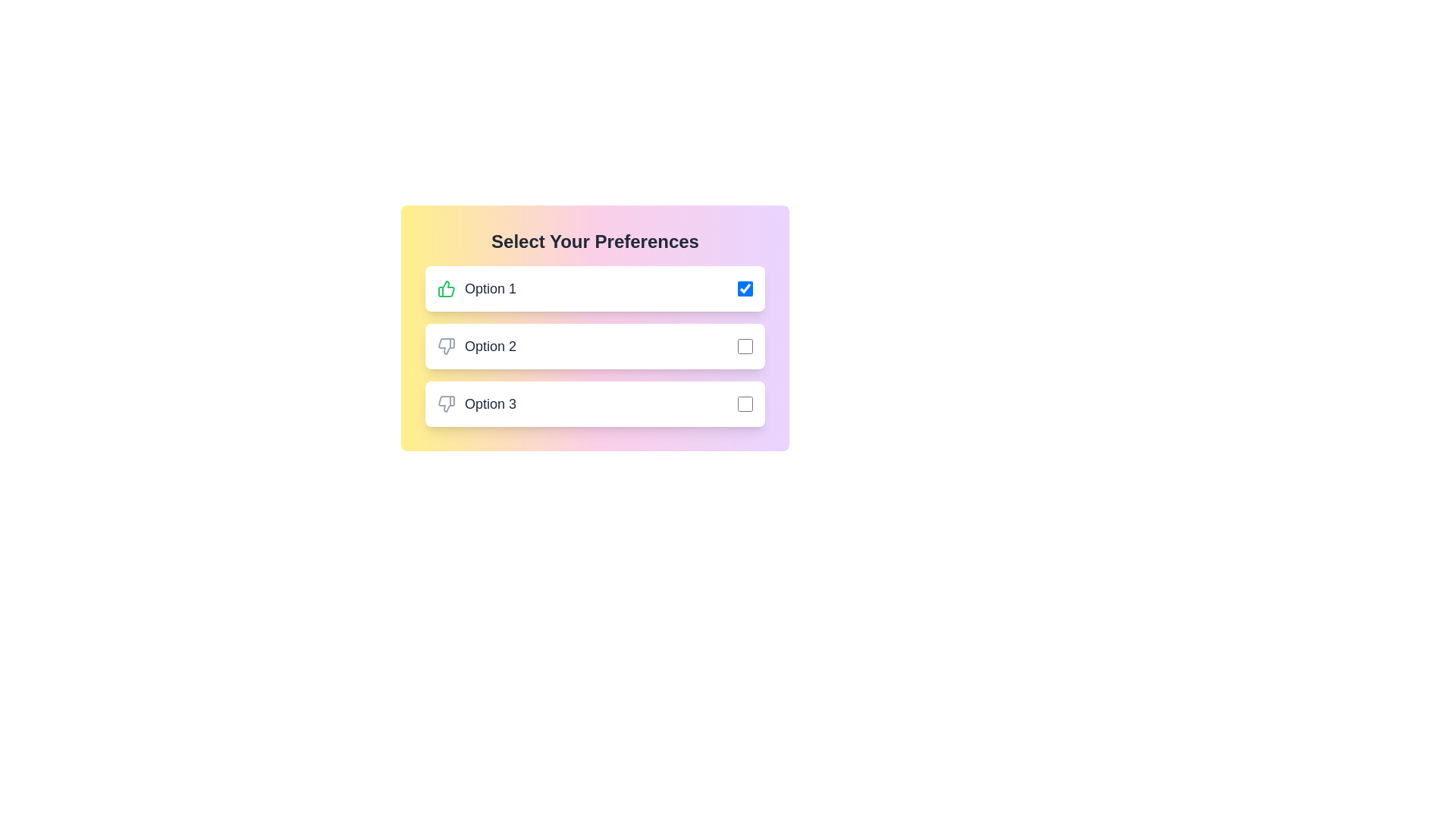  What do you see at coordinates (475, 346) in the screenshot?
I see `the 'Option 2' label with a thumbs-down icon, which is the second option in a vertical list on the card` at bounding box center [475, 346].